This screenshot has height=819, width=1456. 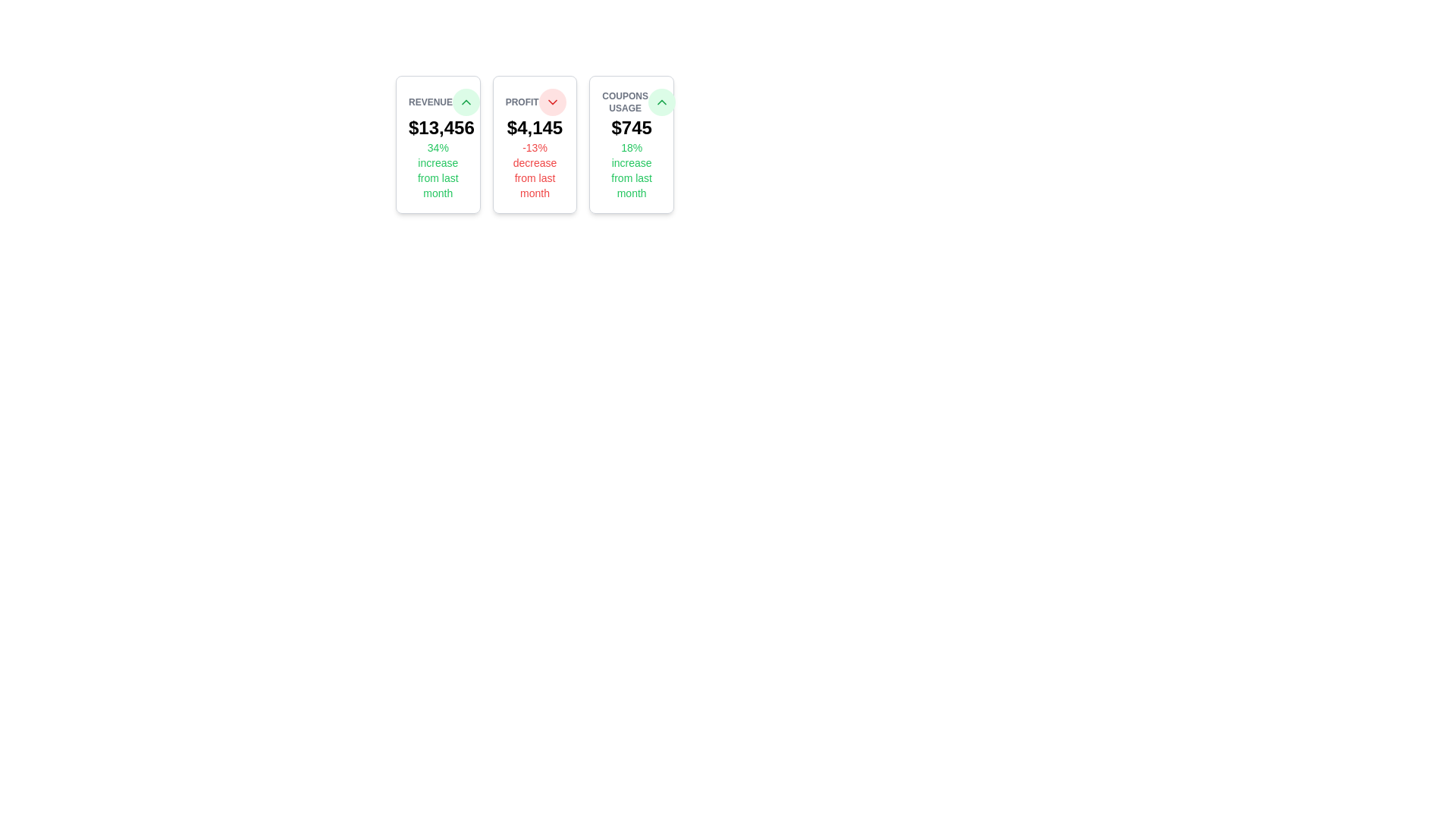 What do you see at coordinates (632, 145) in the screenshot?
I see `the informational card displaying coupon usage data, which is the rightmost card in a series of three horizontally aligned cards` at bounding box center [632, 145].